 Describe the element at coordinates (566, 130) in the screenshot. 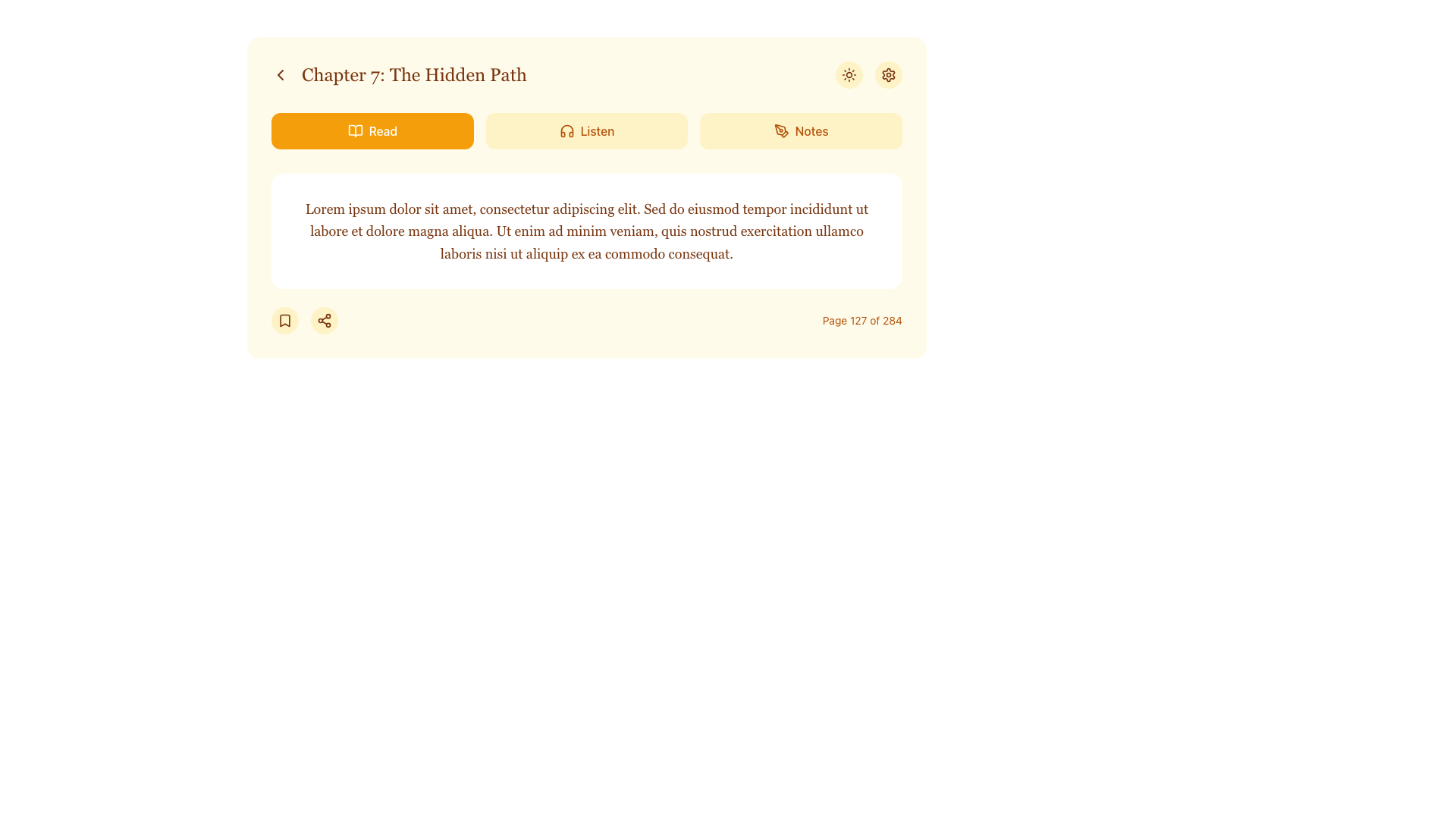

I see `the audio-related icon located within the 'Listen' button, which is the second button in a row of three at the top-center of the interface` at that location.